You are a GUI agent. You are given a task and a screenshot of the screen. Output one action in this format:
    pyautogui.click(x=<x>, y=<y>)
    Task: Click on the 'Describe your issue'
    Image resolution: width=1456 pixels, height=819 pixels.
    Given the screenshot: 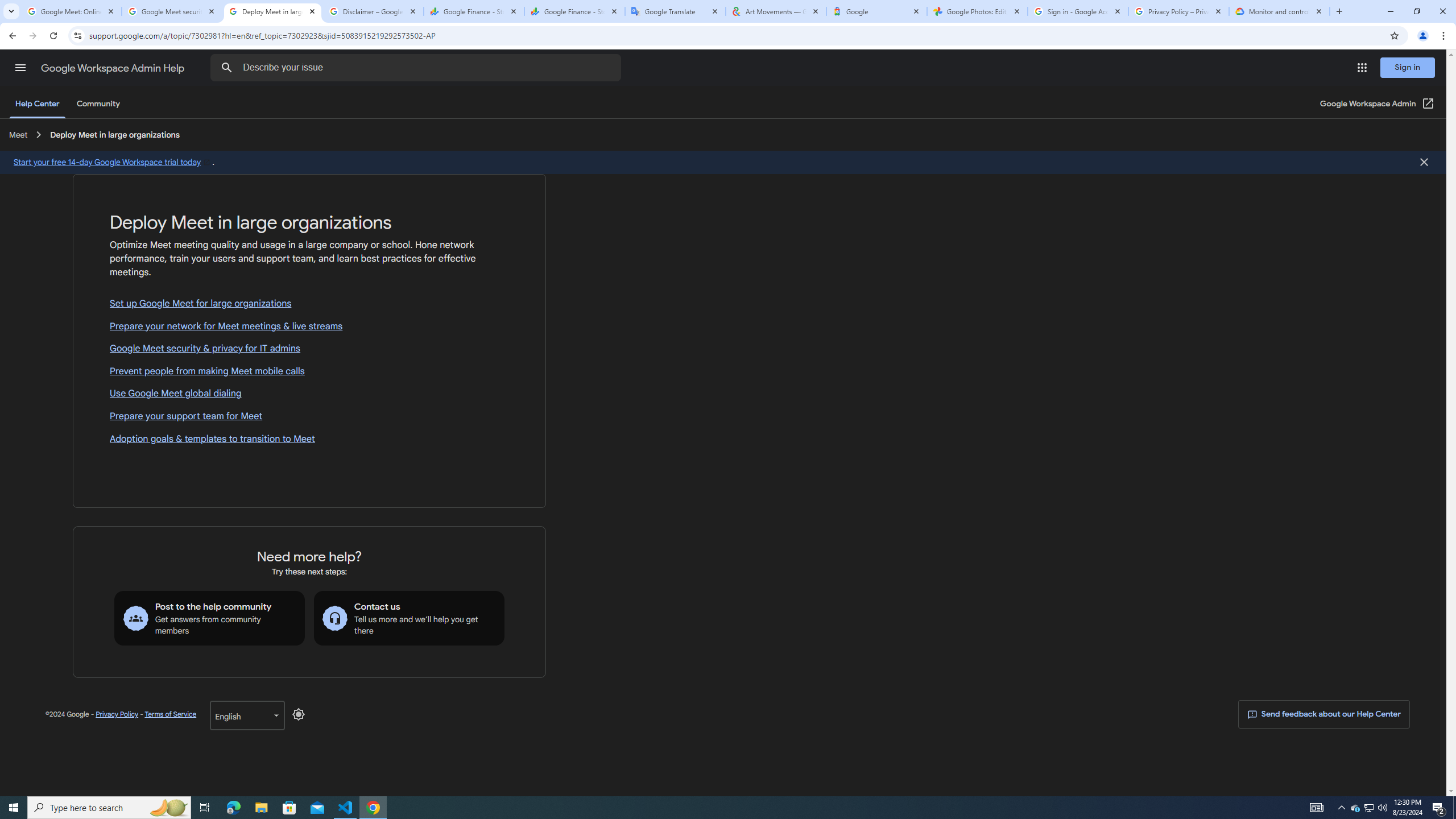 What is the action you would take?
    pyautogui.click(x=417, y=67)
    